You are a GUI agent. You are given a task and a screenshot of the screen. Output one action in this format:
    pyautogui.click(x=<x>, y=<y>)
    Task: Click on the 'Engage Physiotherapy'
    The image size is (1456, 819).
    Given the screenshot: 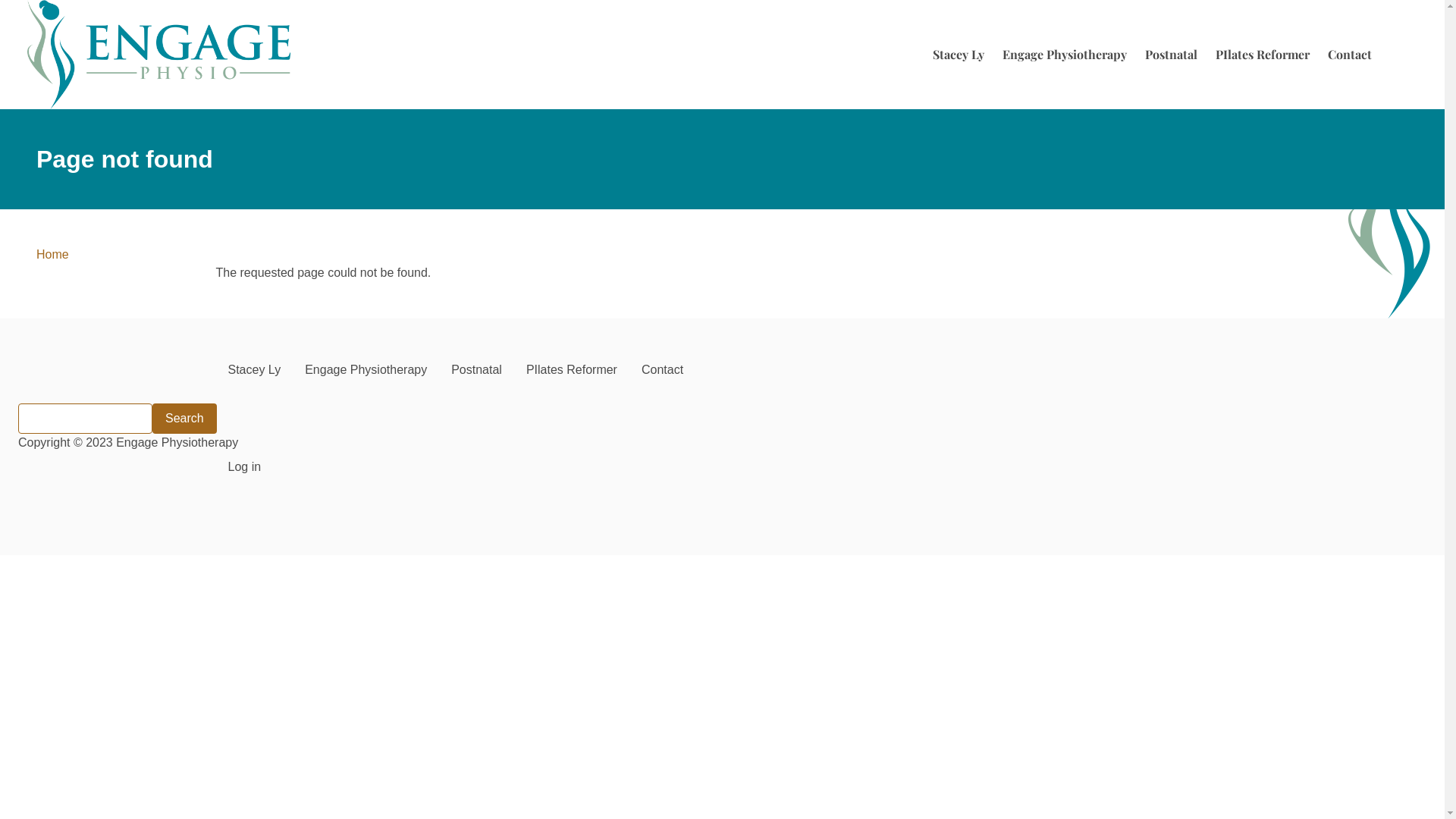 What is the action you would take?
    pyautogui.click(x=1063, y=54)
    